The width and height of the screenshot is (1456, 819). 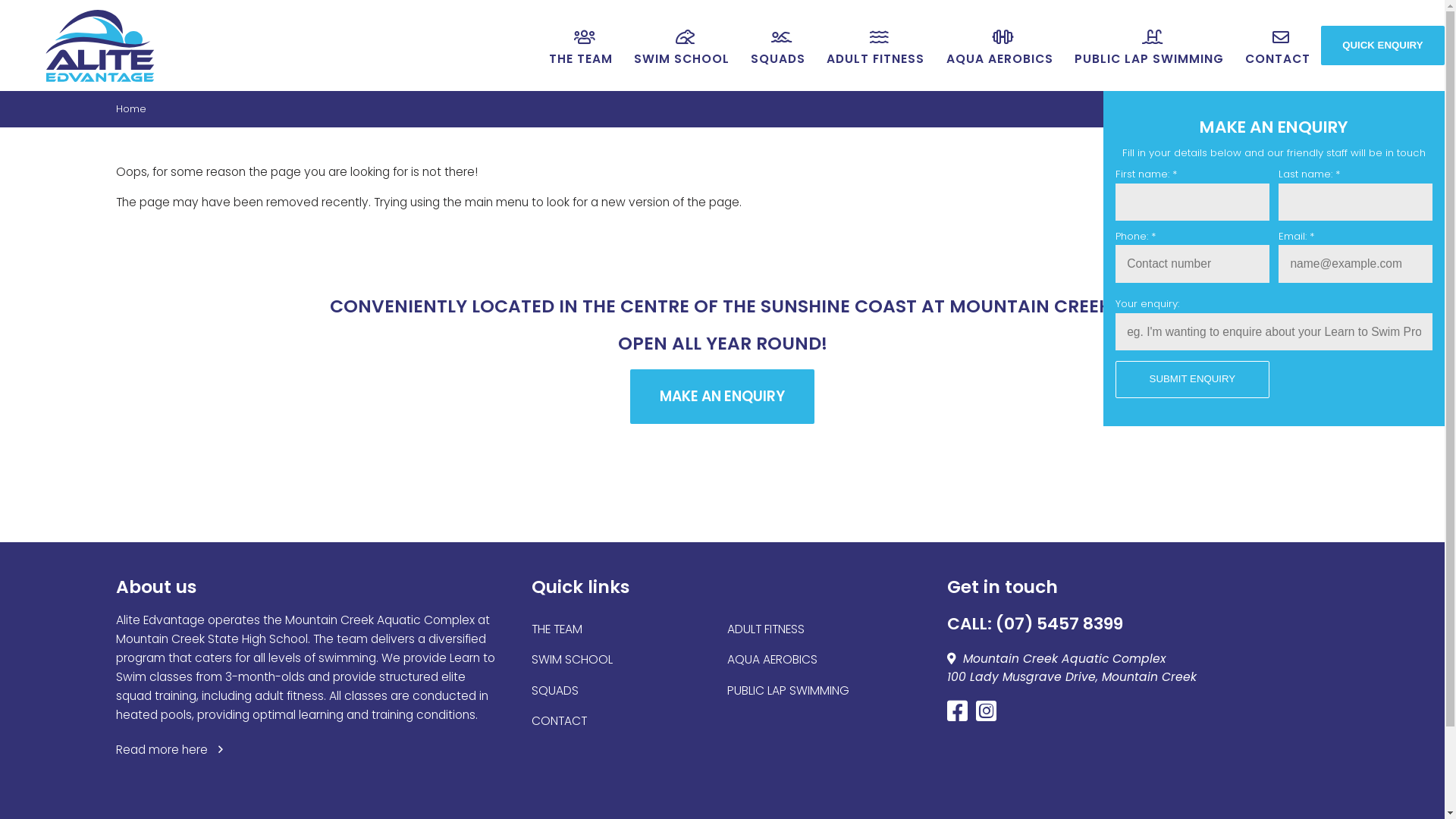 I want to click on 'CONTACT', so click(x=1238, y=45).